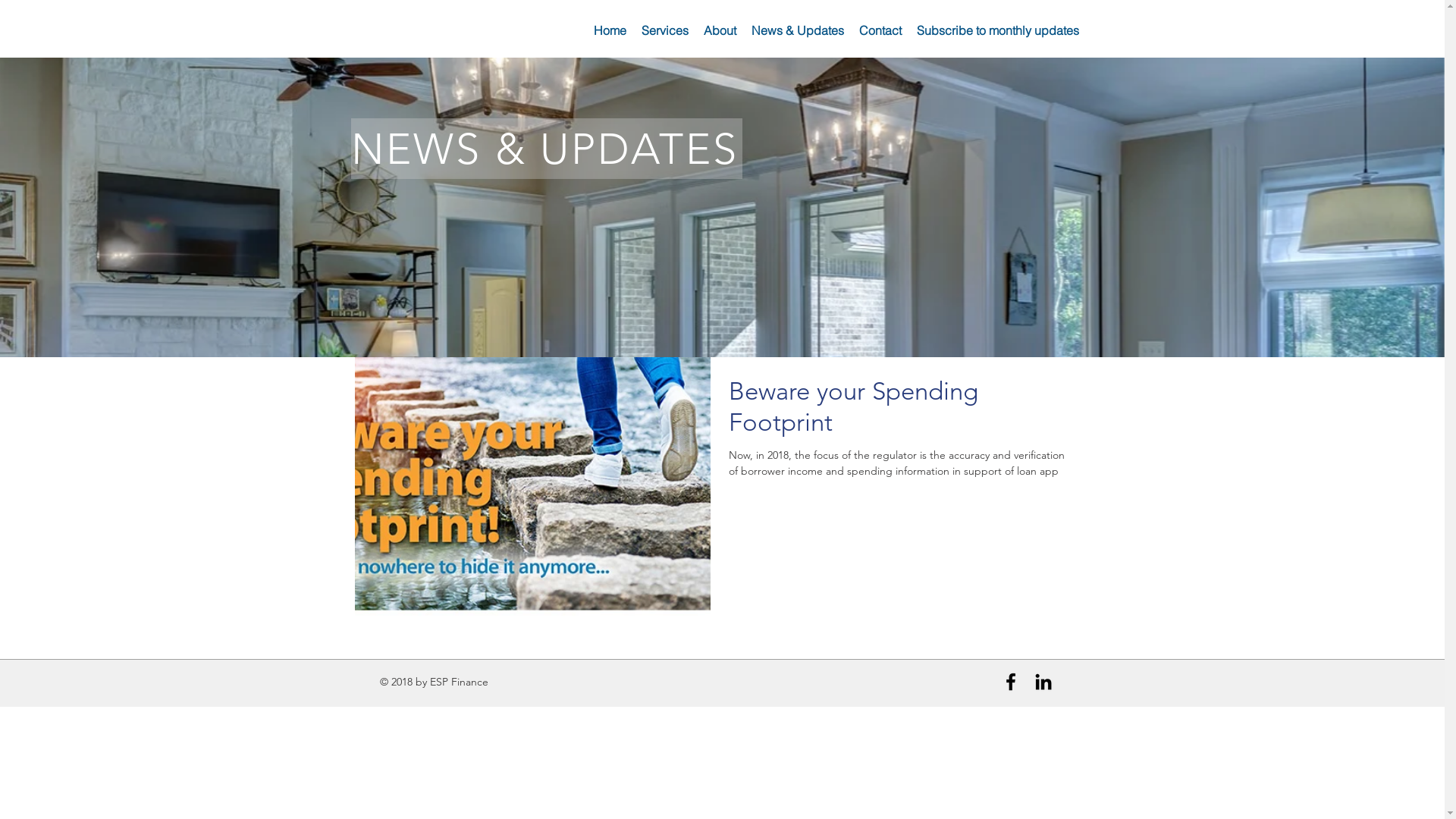 The width and height of the screenshot is (1456, 819). I want to click on 'Contact', so click(851, 30).